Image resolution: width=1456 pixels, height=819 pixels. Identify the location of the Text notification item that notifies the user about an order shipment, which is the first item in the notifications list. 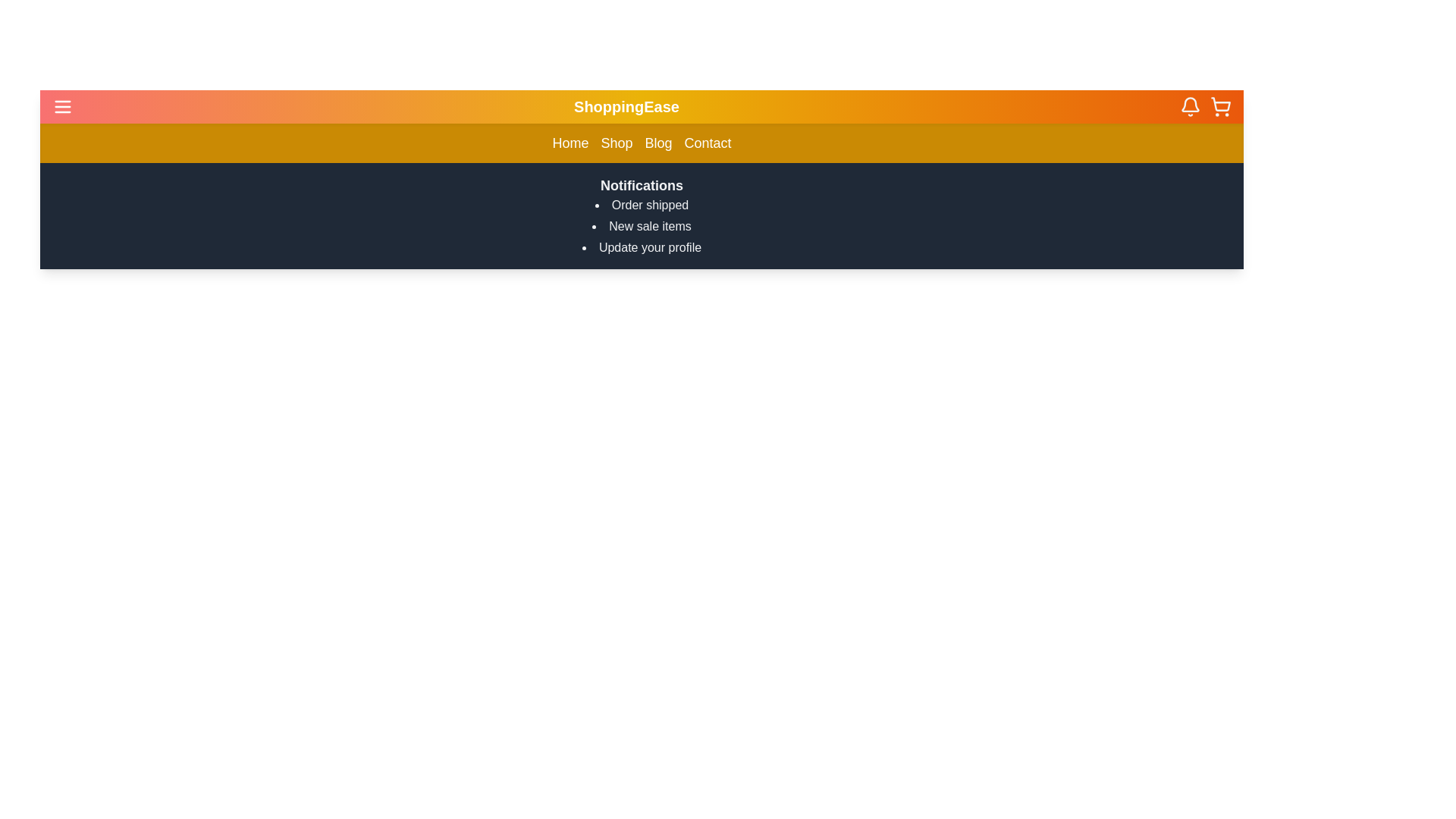
(642, 205).